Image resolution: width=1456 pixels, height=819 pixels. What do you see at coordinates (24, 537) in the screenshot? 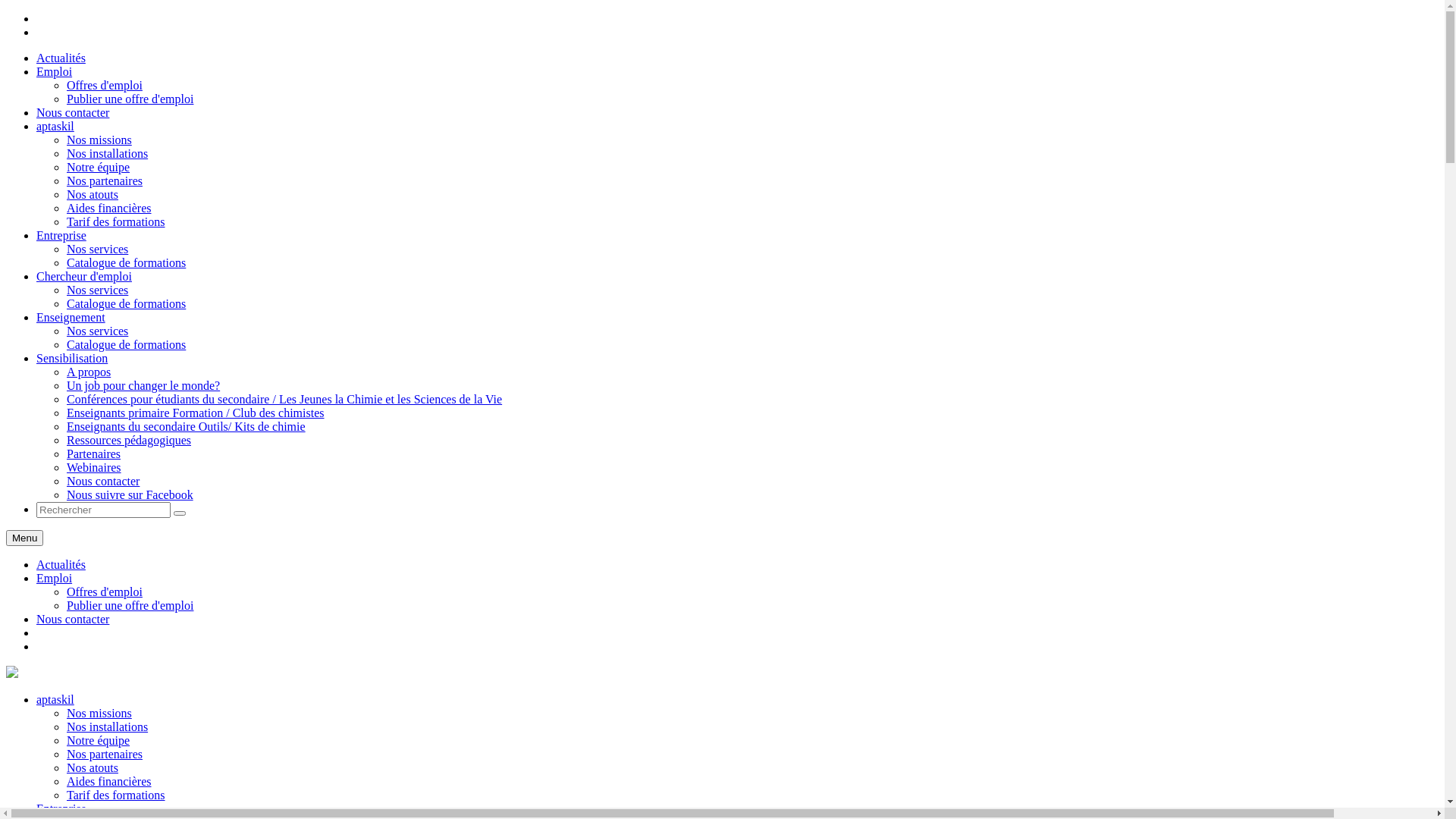
I see `'Menu'` at bounding box center [24, 537].